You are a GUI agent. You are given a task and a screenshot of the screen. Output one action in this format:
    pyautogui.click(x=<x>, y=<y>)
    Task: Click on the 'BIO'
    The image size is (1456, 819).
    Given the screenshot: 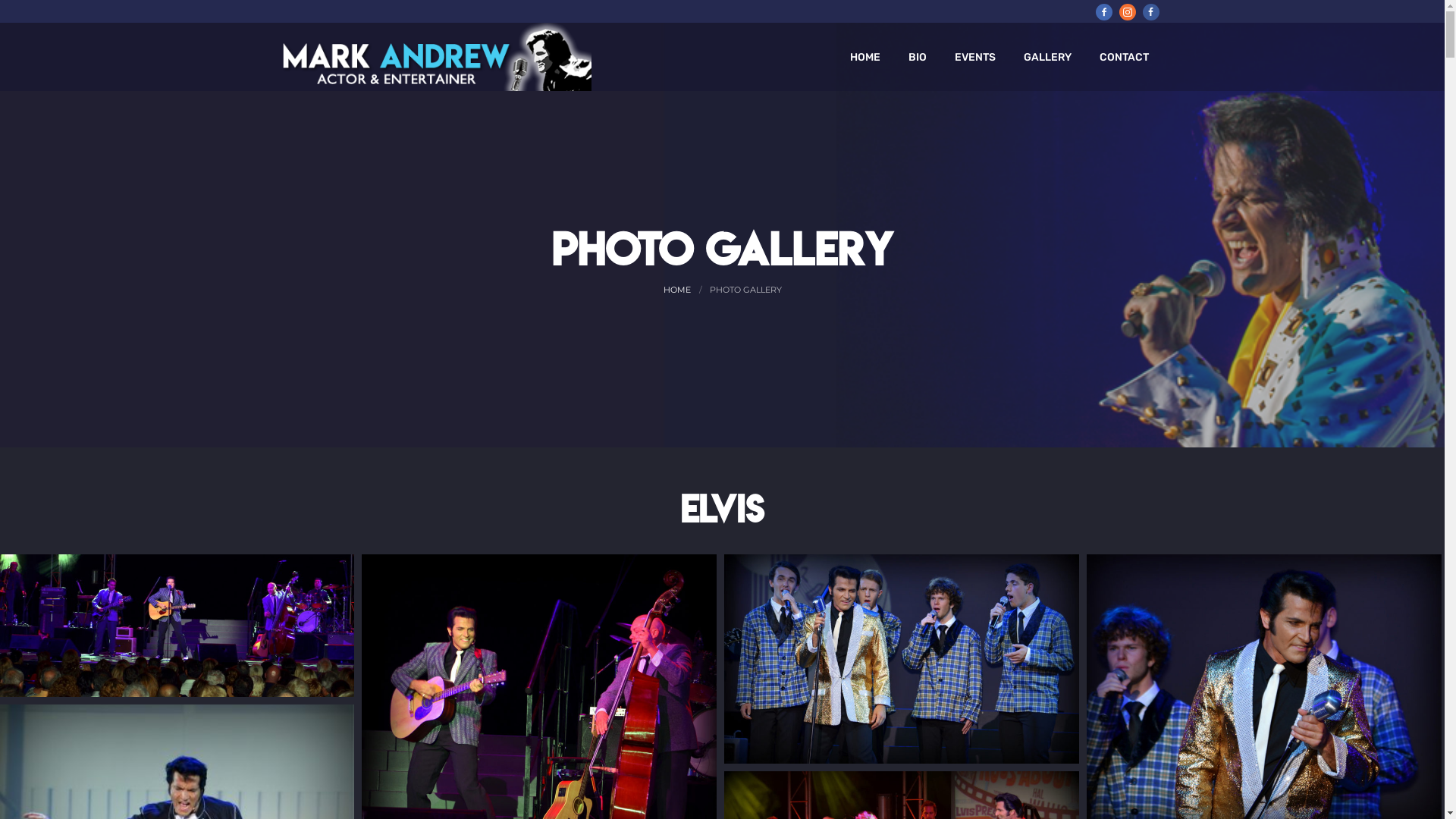 What is the action you would take?
    pyautogui.click(x=916, y=55)
    